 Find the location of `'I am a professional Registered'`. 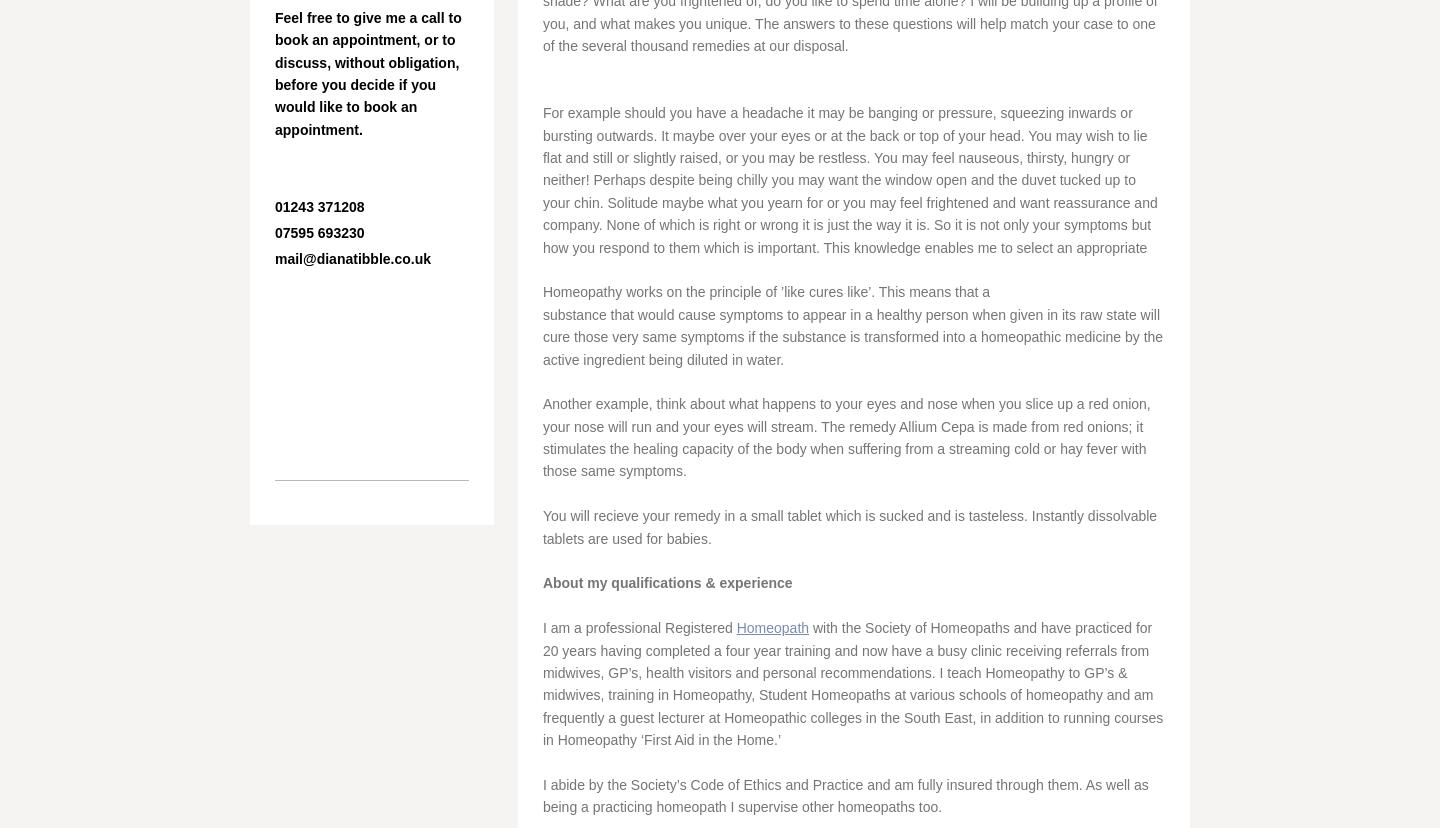

'I am a professional Registered' is located at coordinates (637, 628).